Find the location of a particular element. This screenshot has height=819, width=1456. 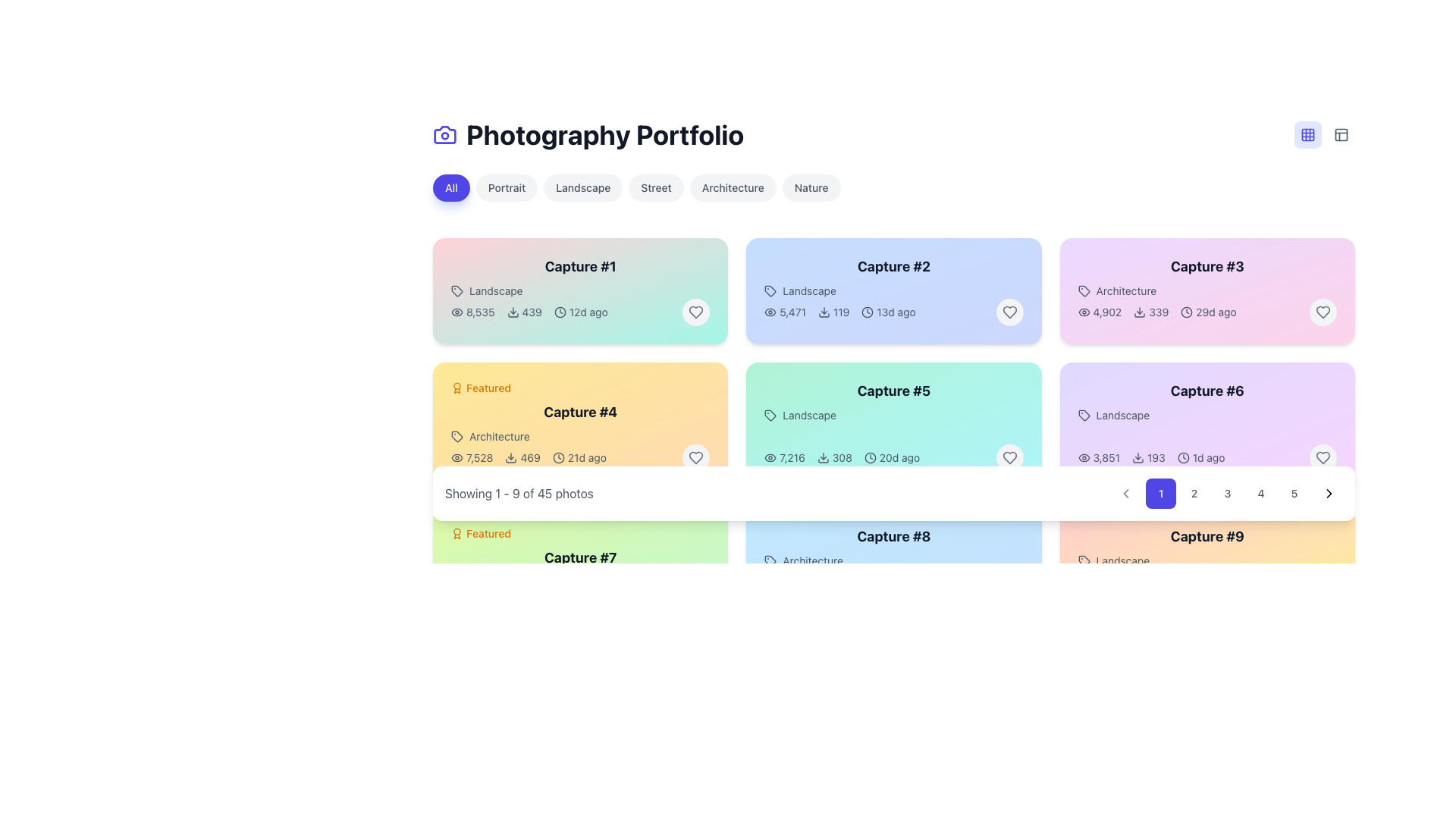

the Text label that specifies the content theme of the related item in the card, located next to the small icon in the 'Capture #8' section of the card is located at coordinates (894, 561).